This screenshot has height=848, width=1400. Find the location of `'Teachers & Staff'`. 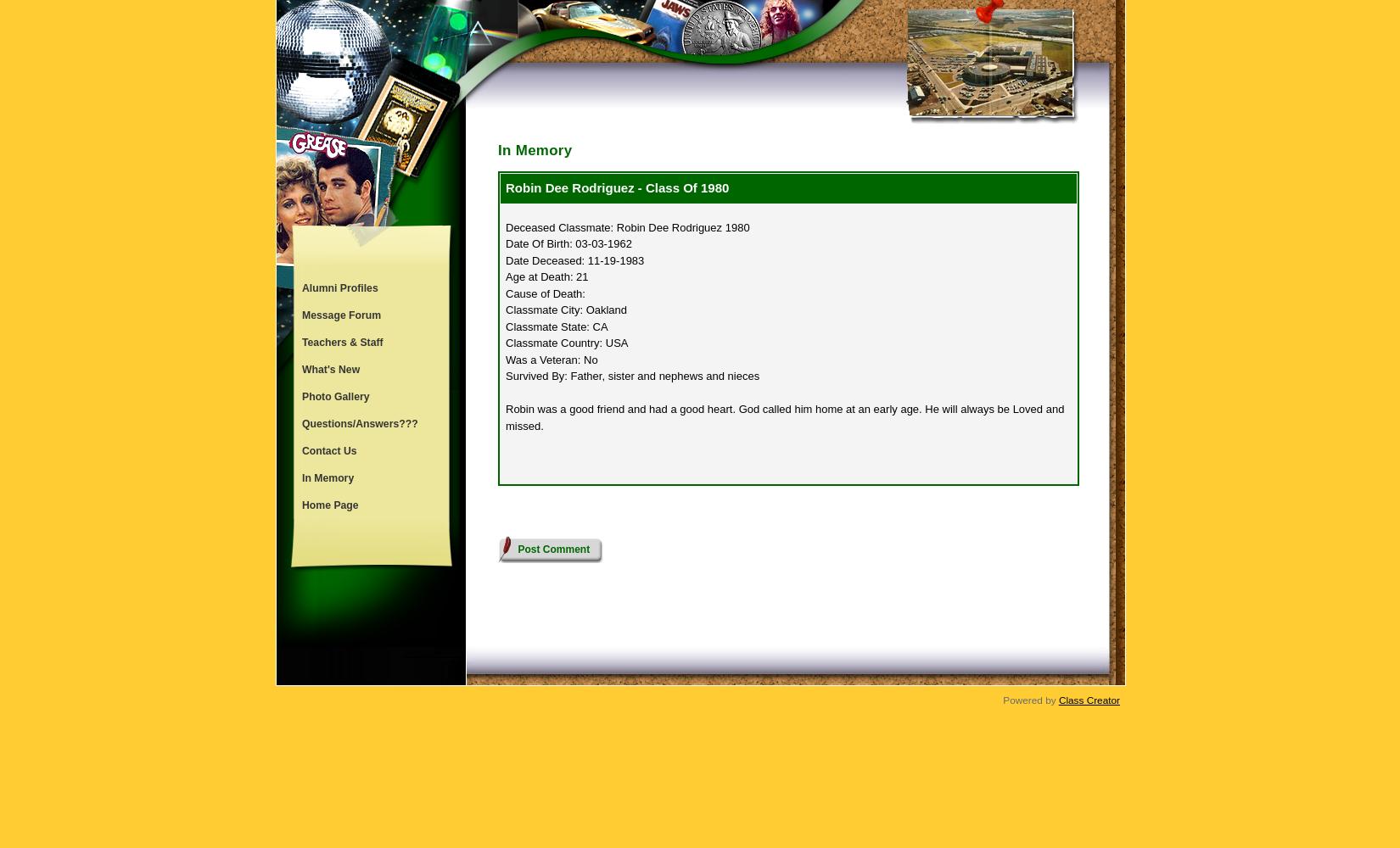

'Teachers & Staff' is located at coordinates (342, 343).